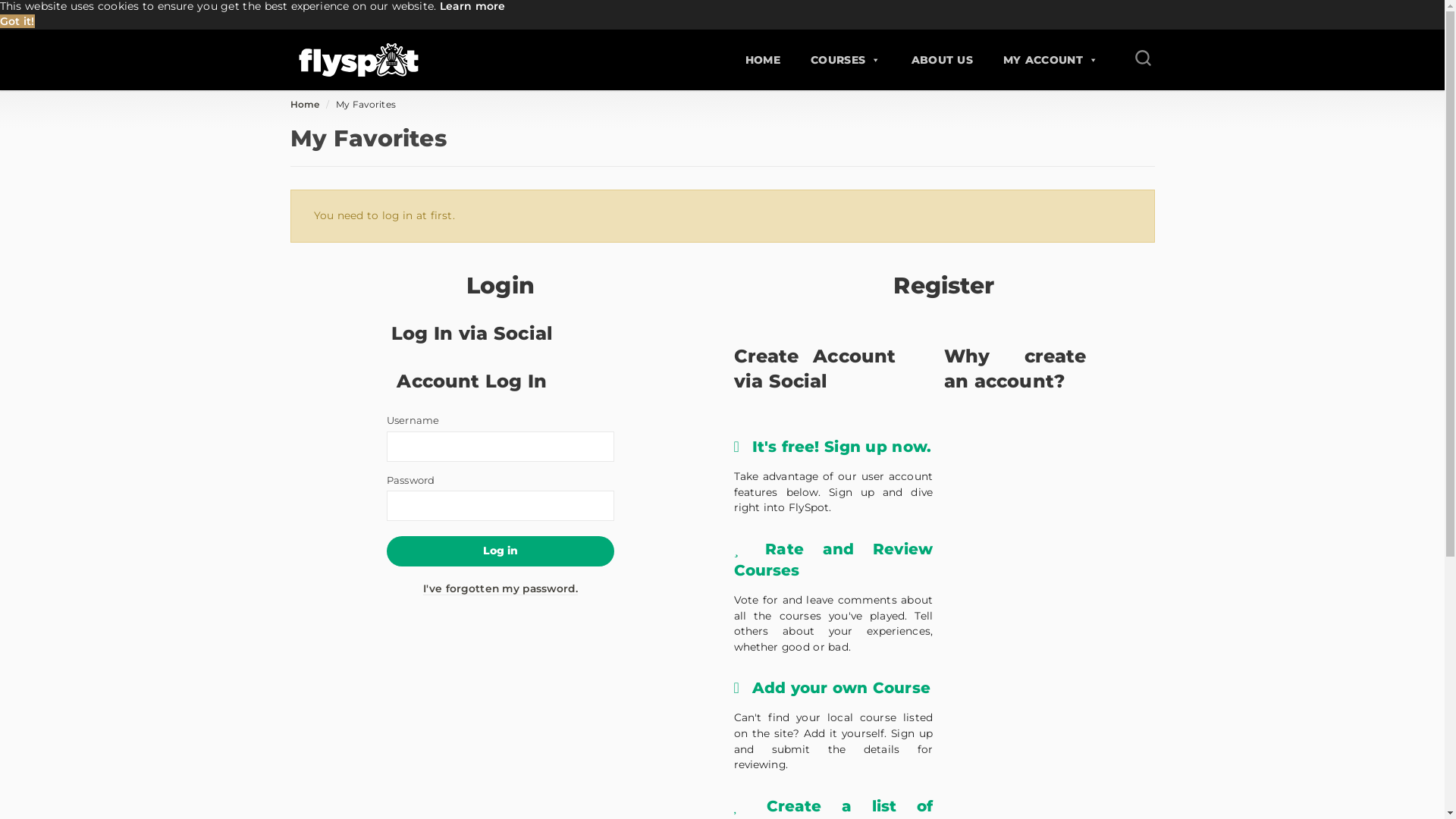 This screenshot has width=1456, height=819. I want to click on 'HOME', so click(761, 58).